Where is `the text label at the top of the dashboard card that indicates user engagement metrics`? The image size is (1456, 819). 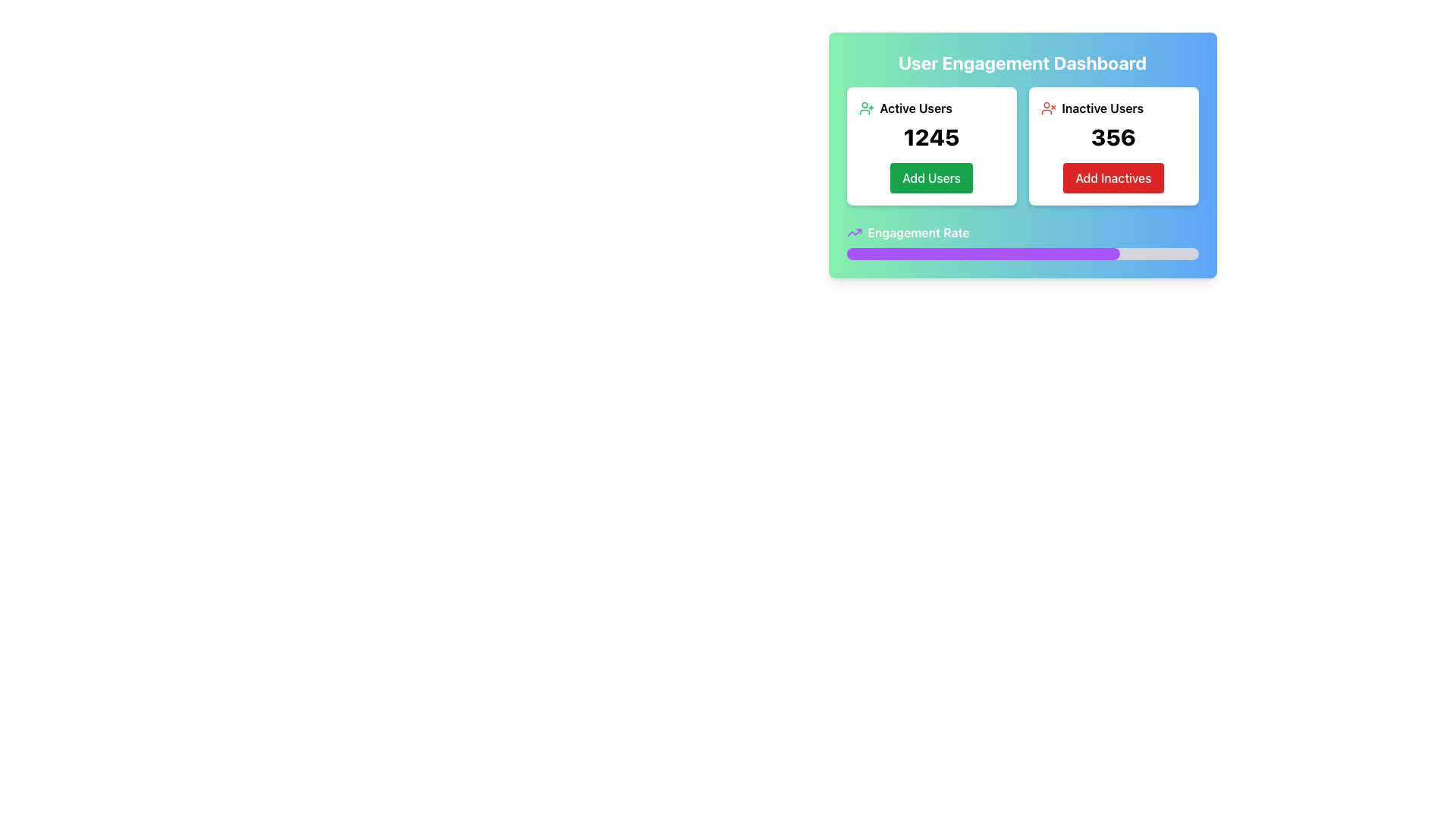
the text label at the top of the dashboard card that indicates user engagement metrics is located at coordinates (1022, 62).